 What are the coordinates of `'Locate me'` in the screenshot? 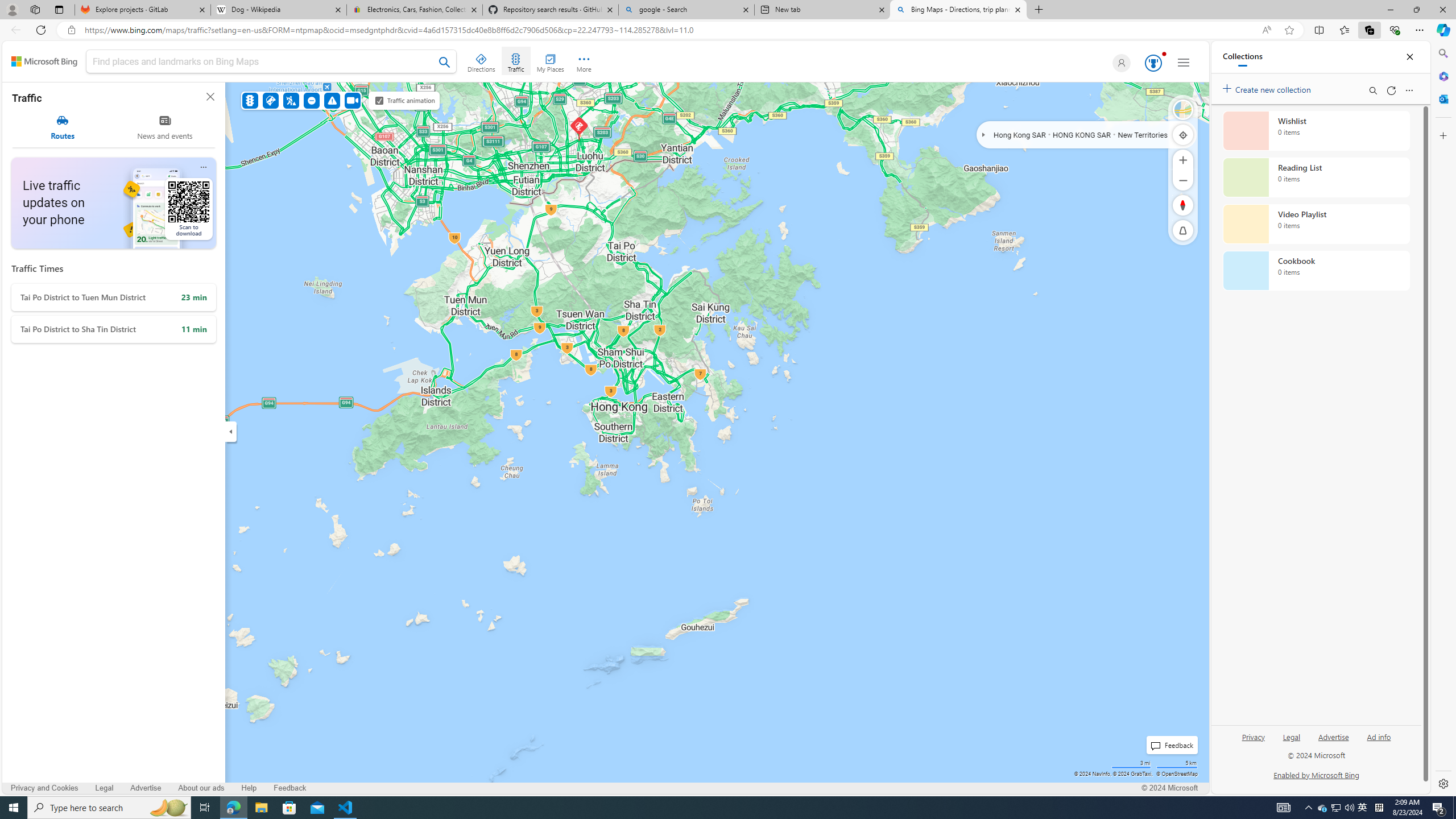 It's located at (1182, 134).